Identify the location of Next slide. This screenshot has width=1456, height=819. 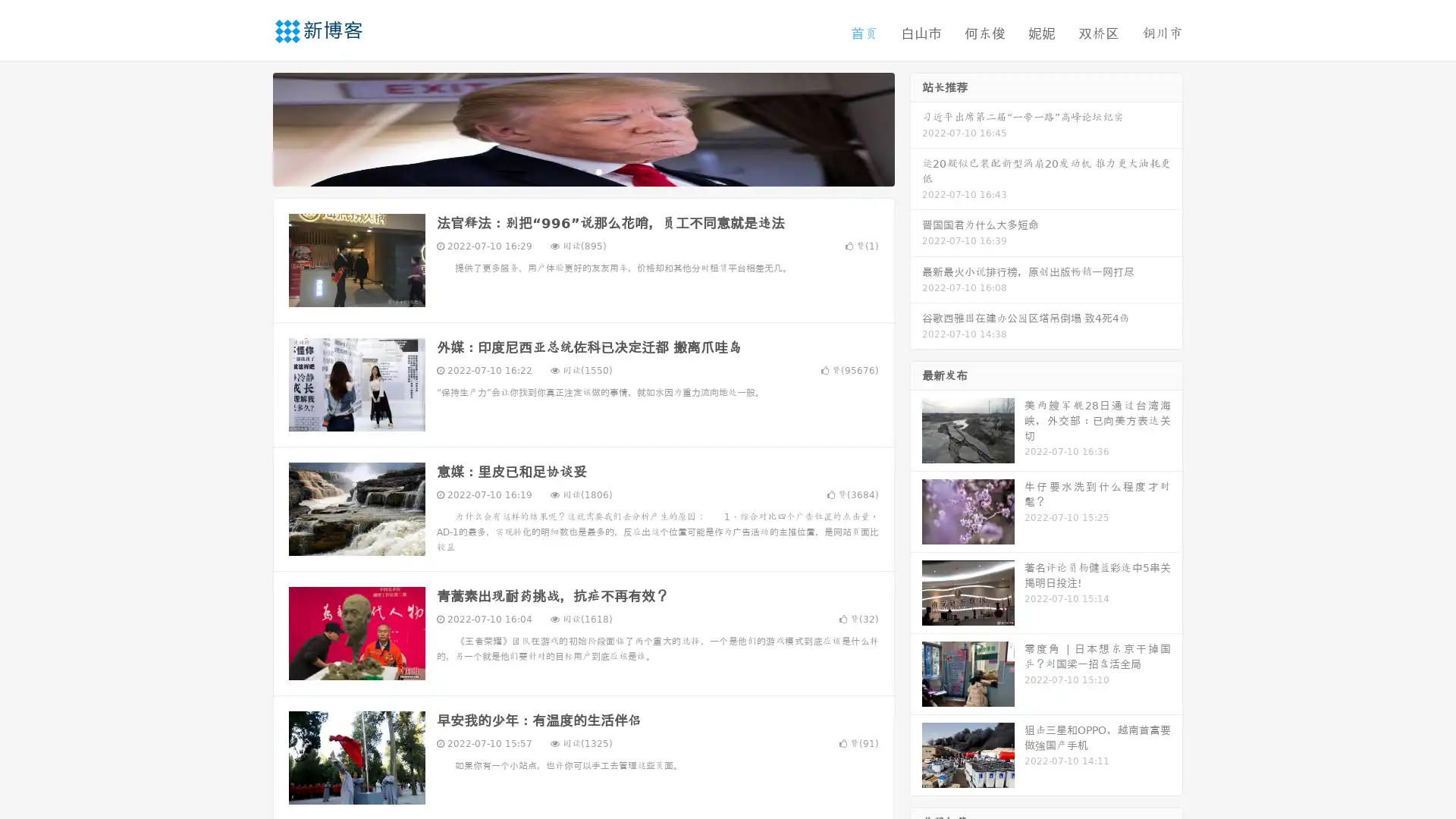
(916, 127).